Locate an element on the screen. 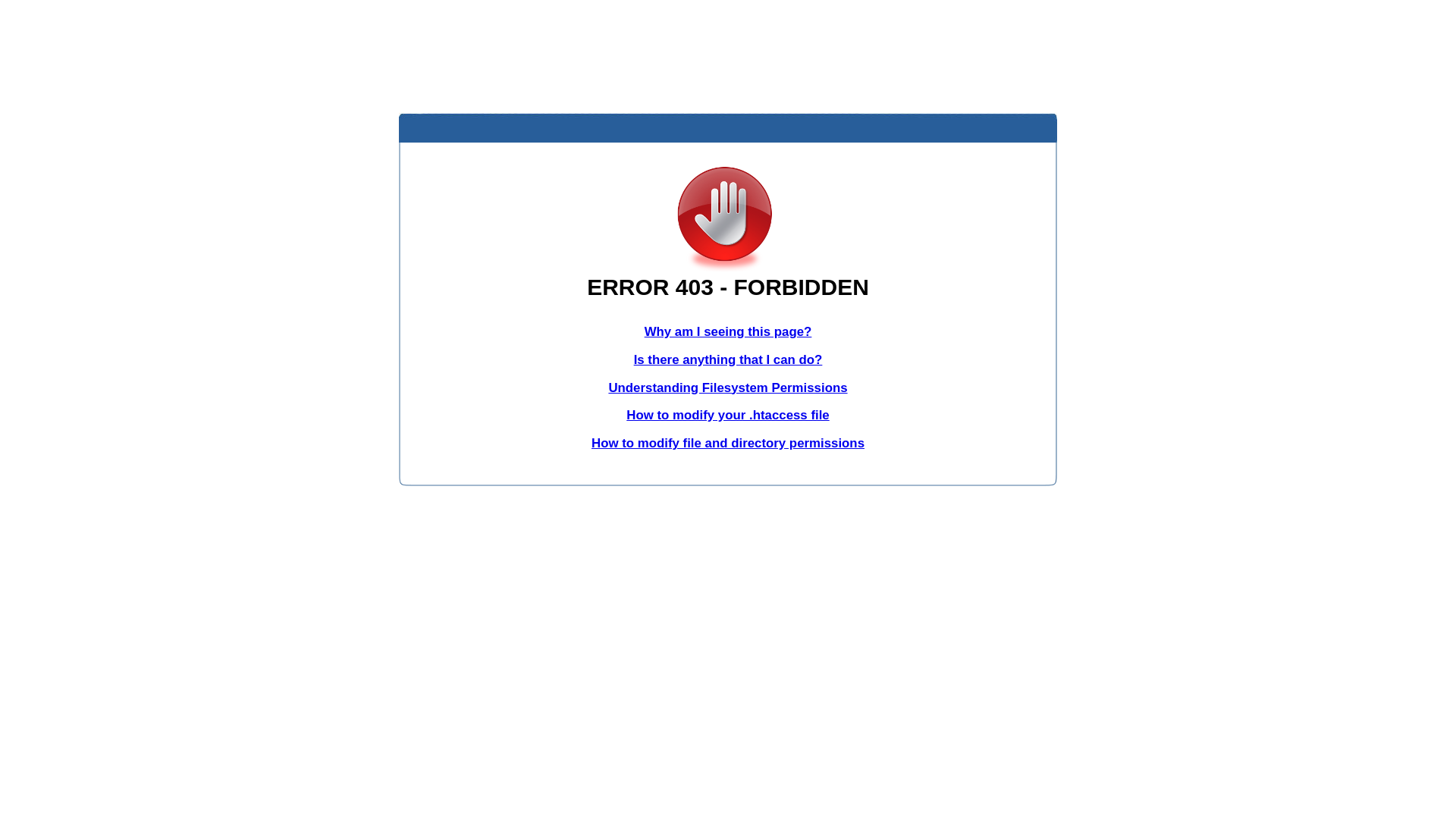 This screenshot has height=819, width=1456. 'Understanding Filesystem Permissions' is located at coordinates (726, 387).